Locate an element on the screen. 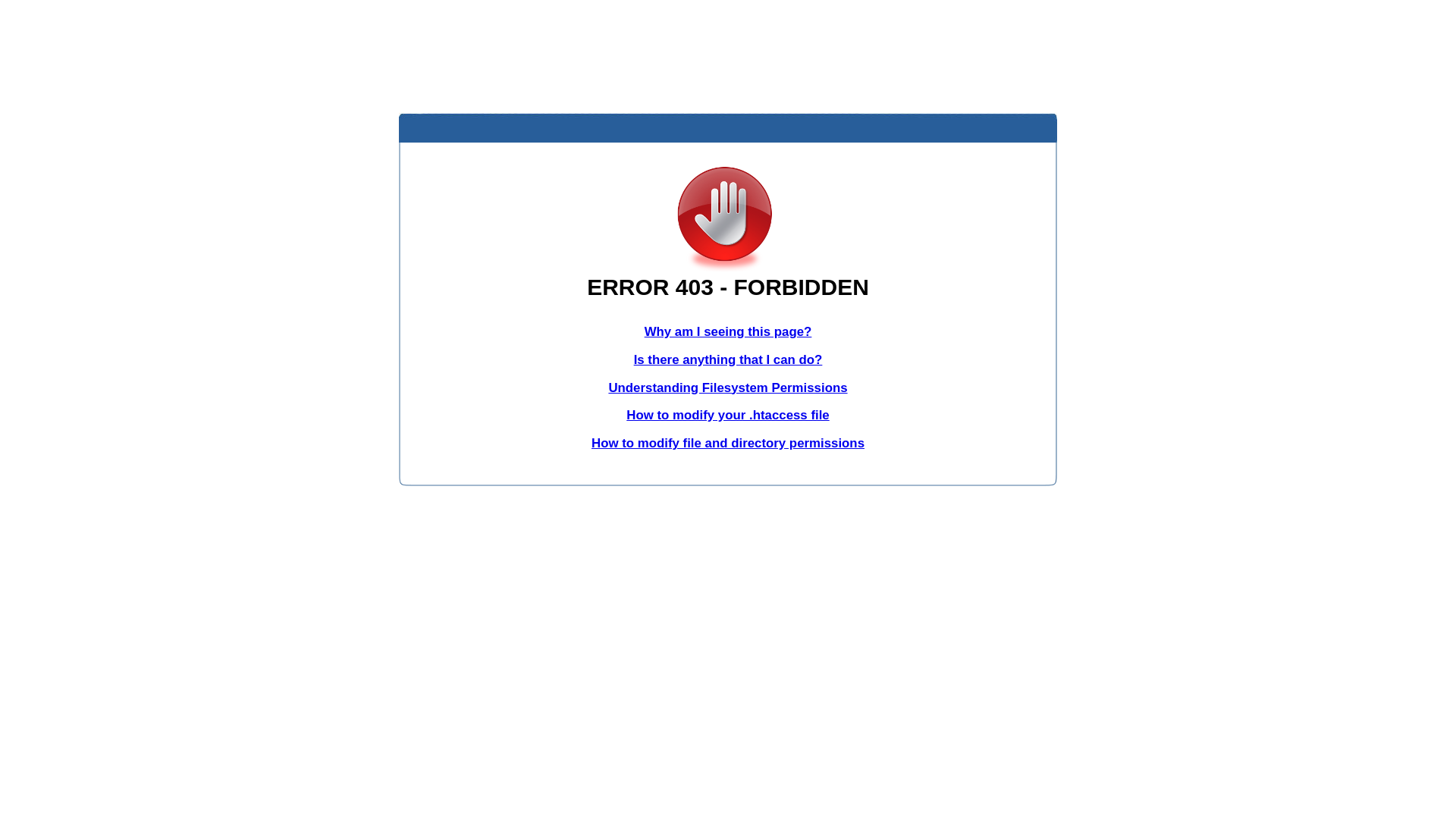 This screenshot has height=819, width=1456. 'Understanding Filesystem Permissions' is located at coordinates (726, 387).